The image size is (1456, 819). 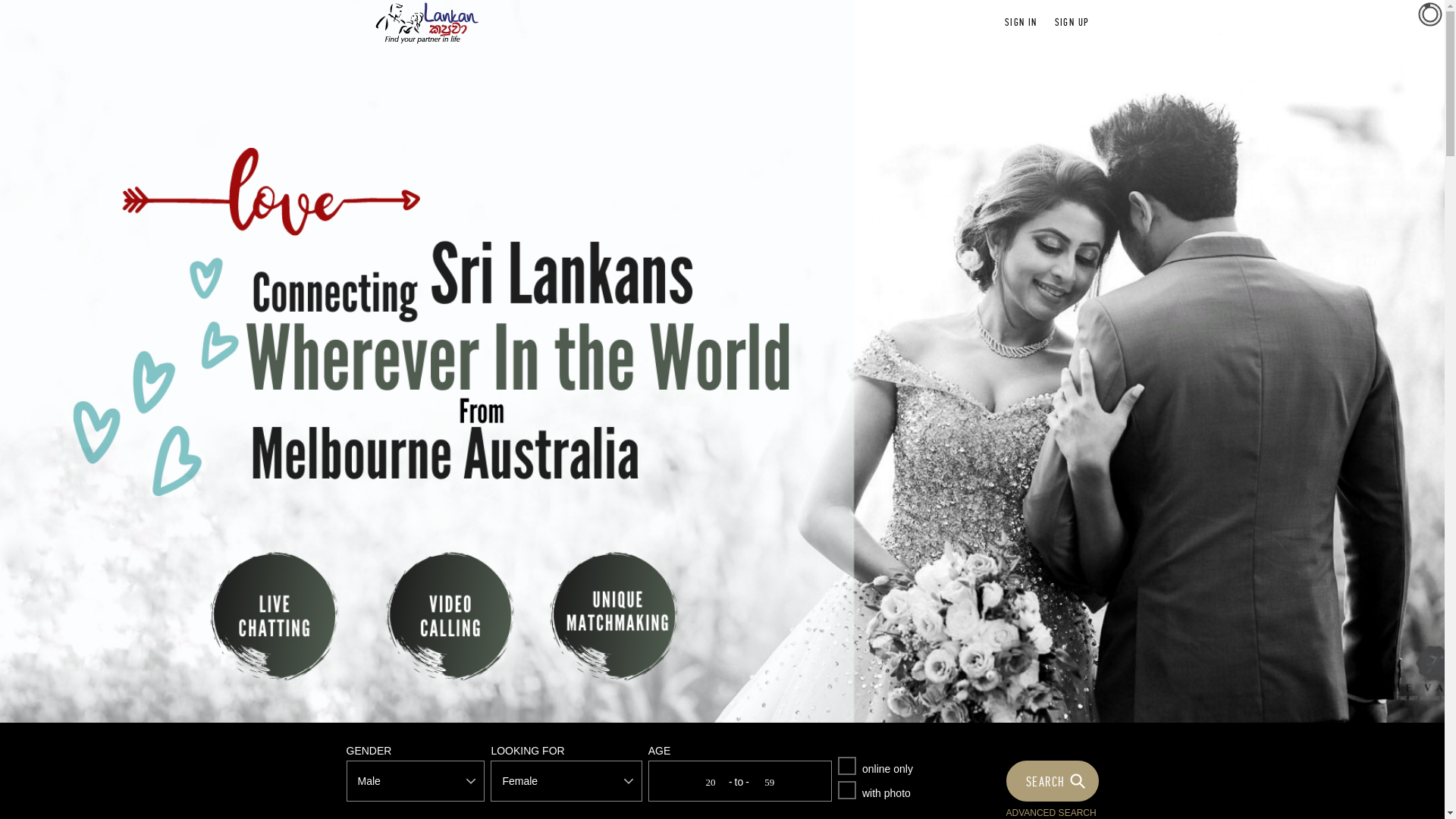 I want to click on 'SIGN UP', so click(x=1054, y=22).